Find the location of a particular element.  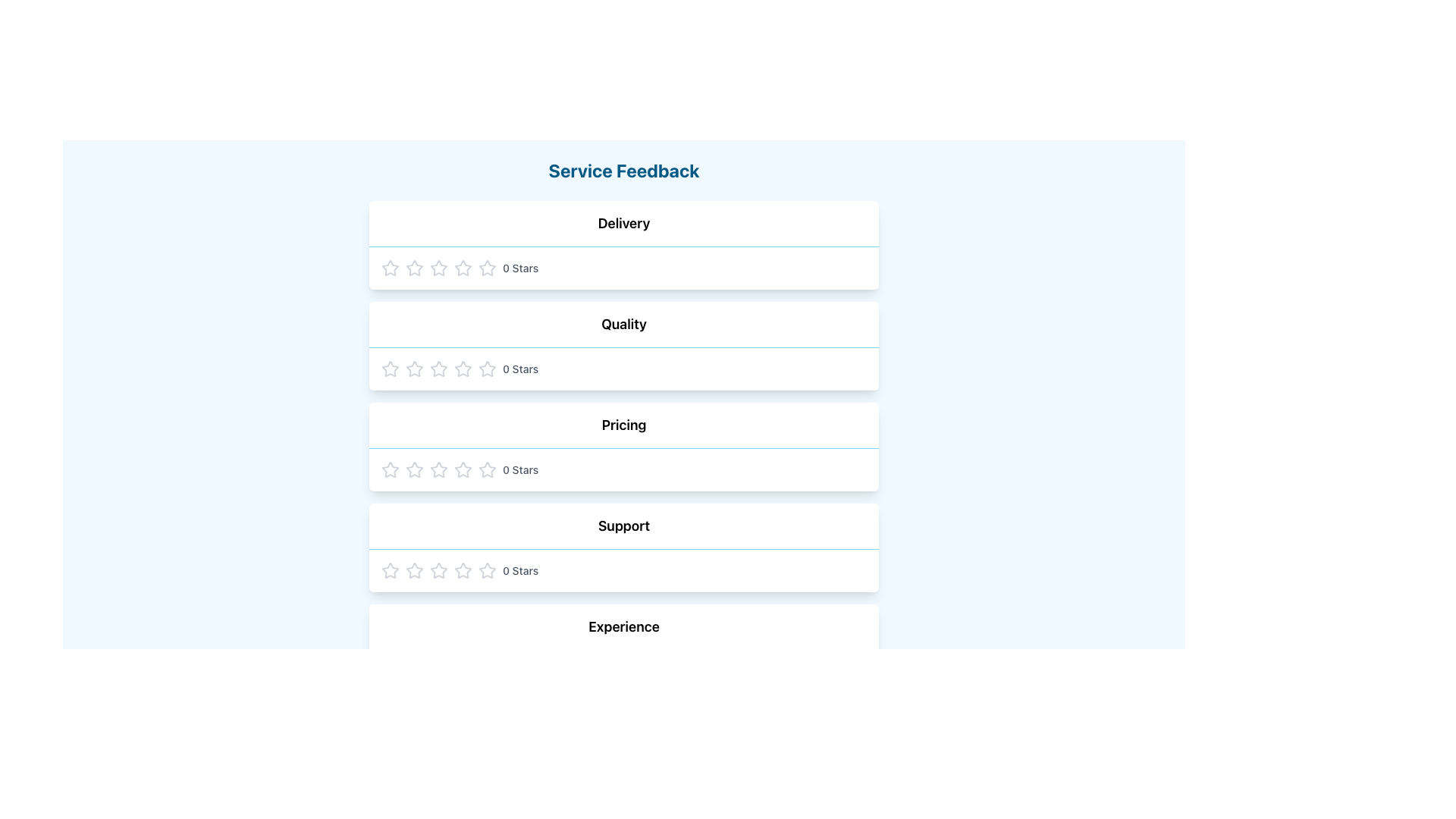

the first star in the five-star rating system under the 'Support' section to rate it is located at coordinates (415, 570).